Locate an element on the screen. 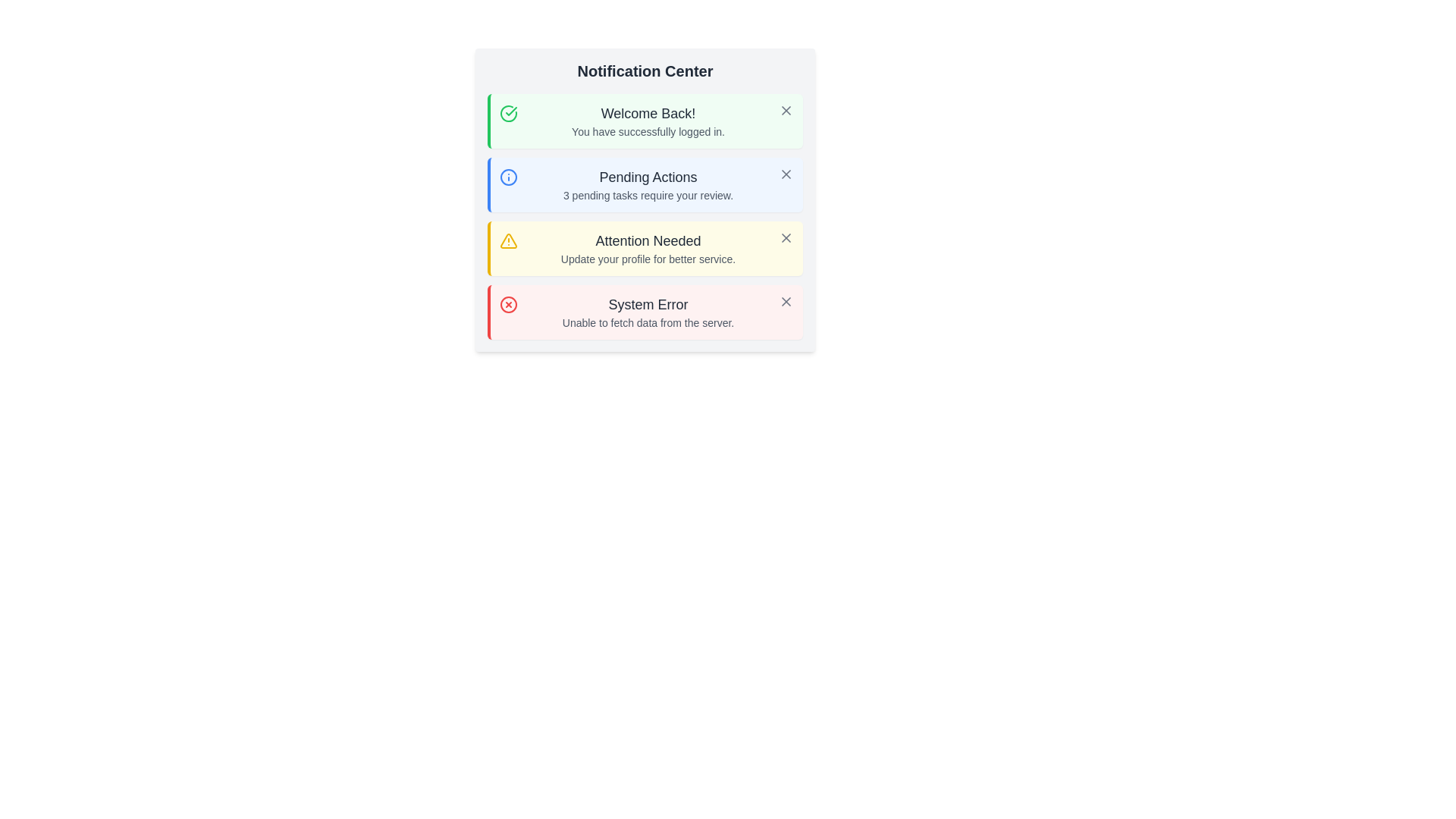  the yellow warning triangle icon with an exclamation mark located next to the 'Attention Needed' notification in the third notification card of the Notification Center is located at coordinates (509, 240).